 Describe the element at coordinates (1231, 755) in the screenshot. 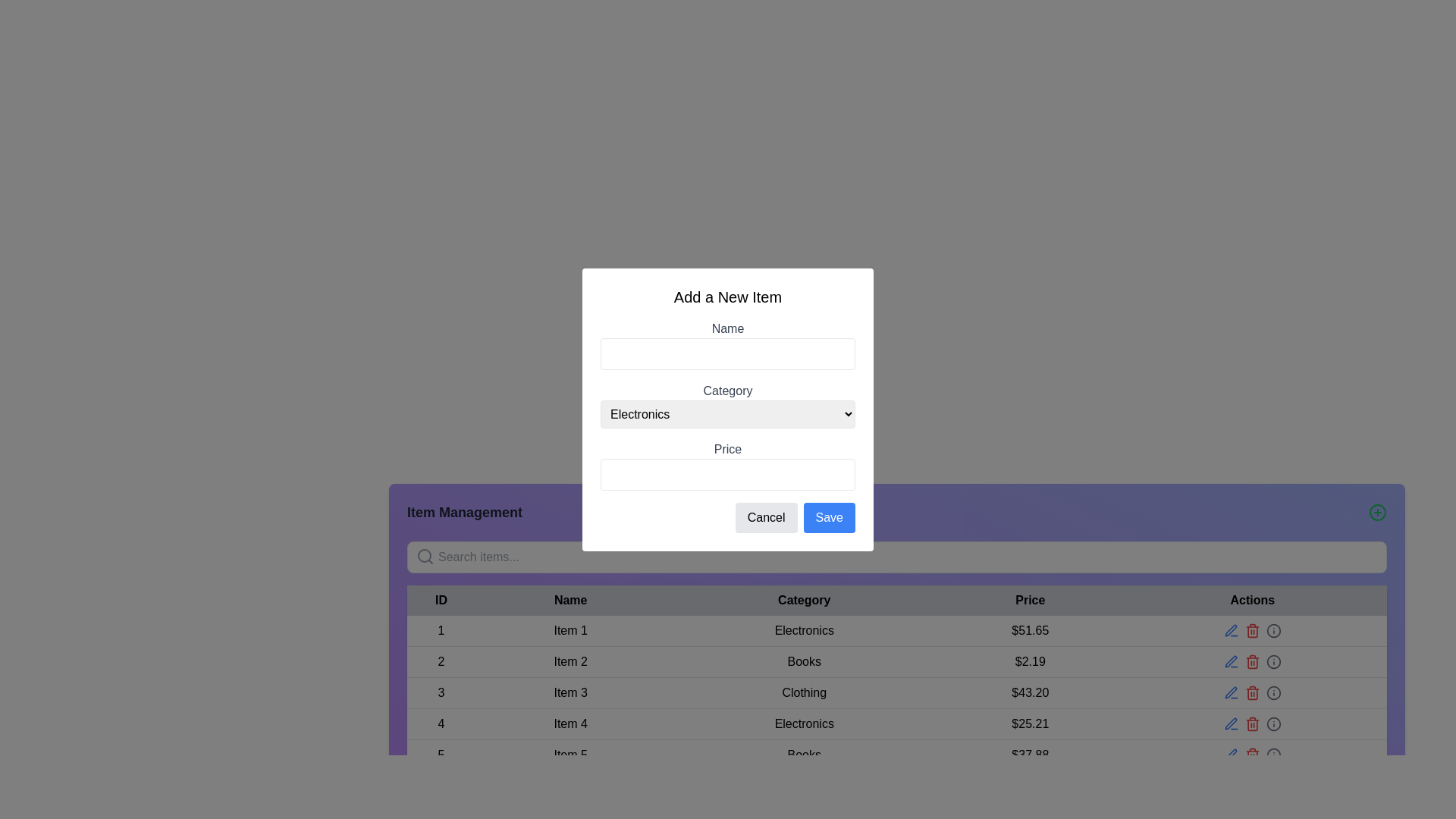

I see `the blue pen icon located in the 'Actions' column of the last row of the table to initiate the edit action` at that location.